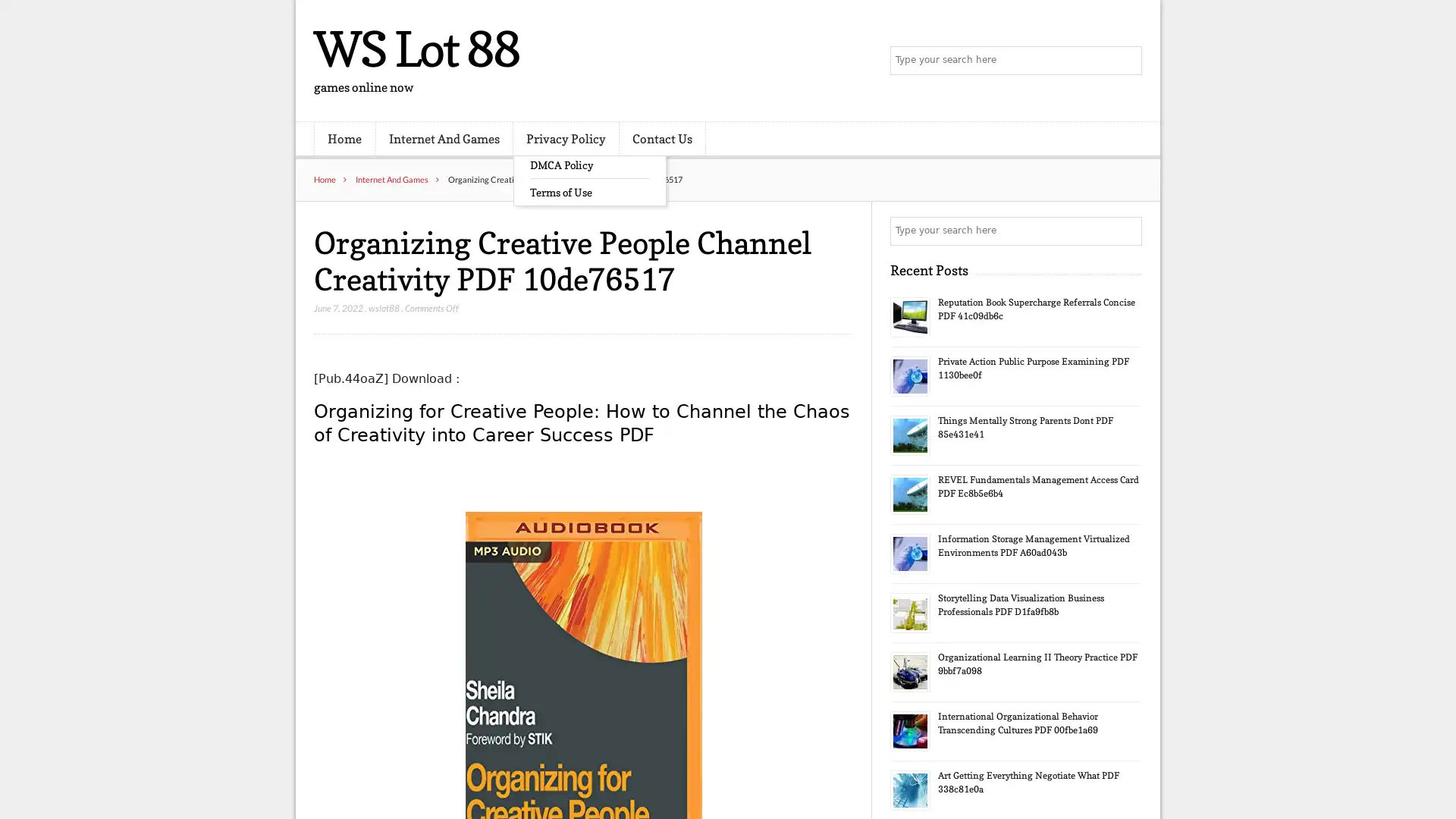  What do you see at coordinates (1126, 231) in the screenshot?
I see `Search` at bounding box center [1126, 231].